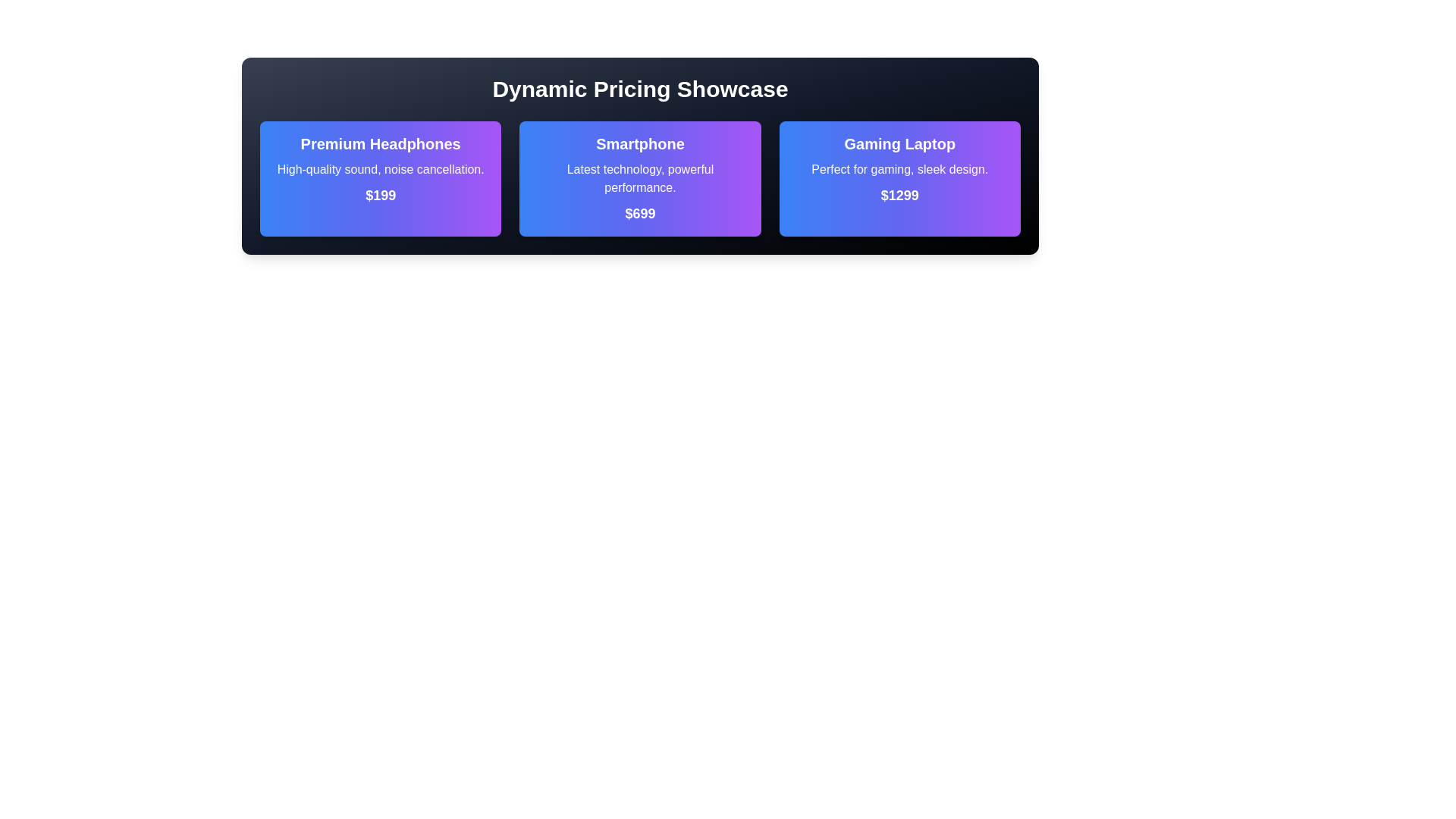 This screenshot has height=819, width=1456. I want to click on the Header text that serves as a title for the section, located above a grid layout of product options, so click(640, 89).